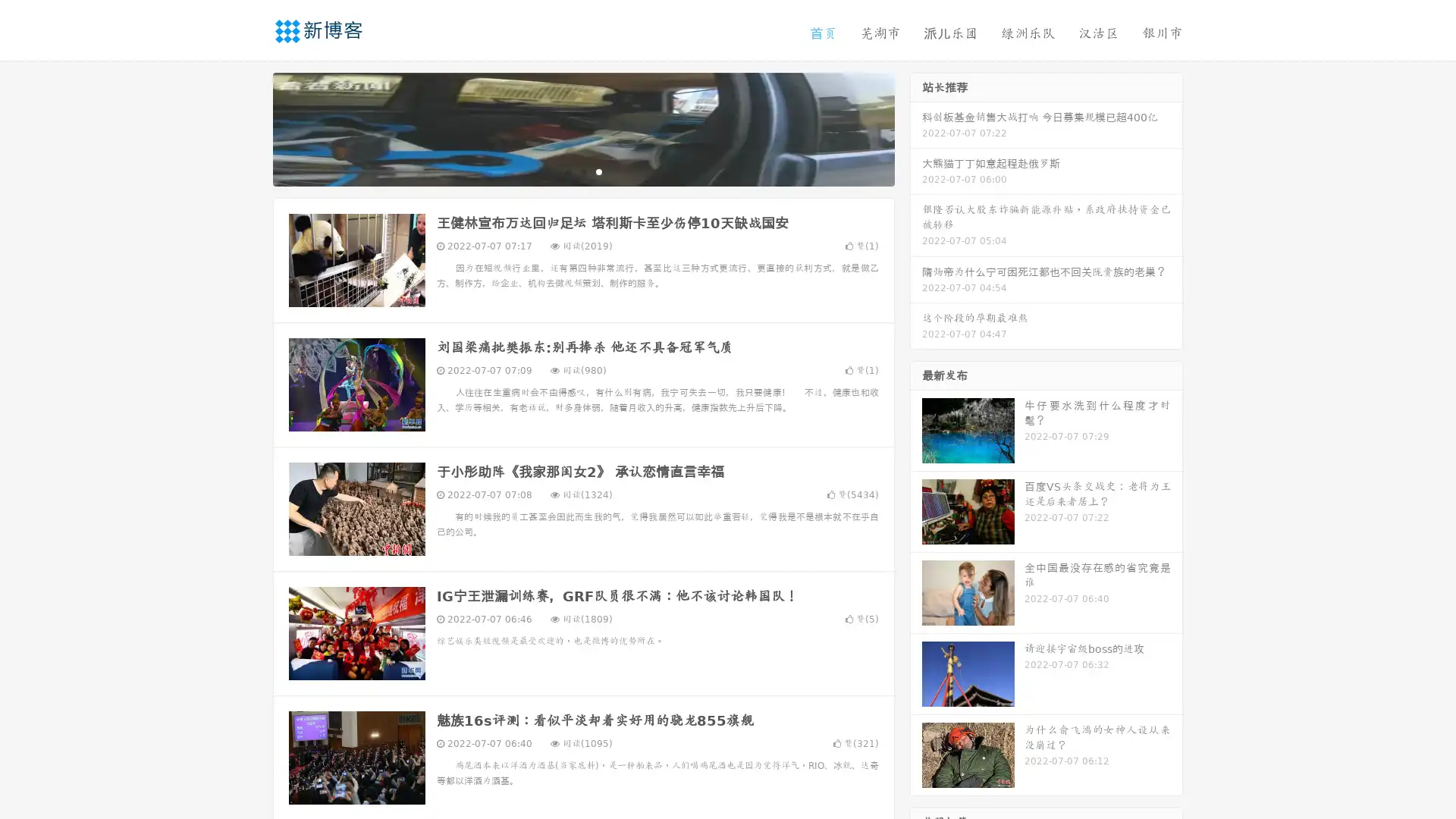  Describe the element at coordinates (567, 171) in the screenshot. I see `Go to slide 1` at that location.